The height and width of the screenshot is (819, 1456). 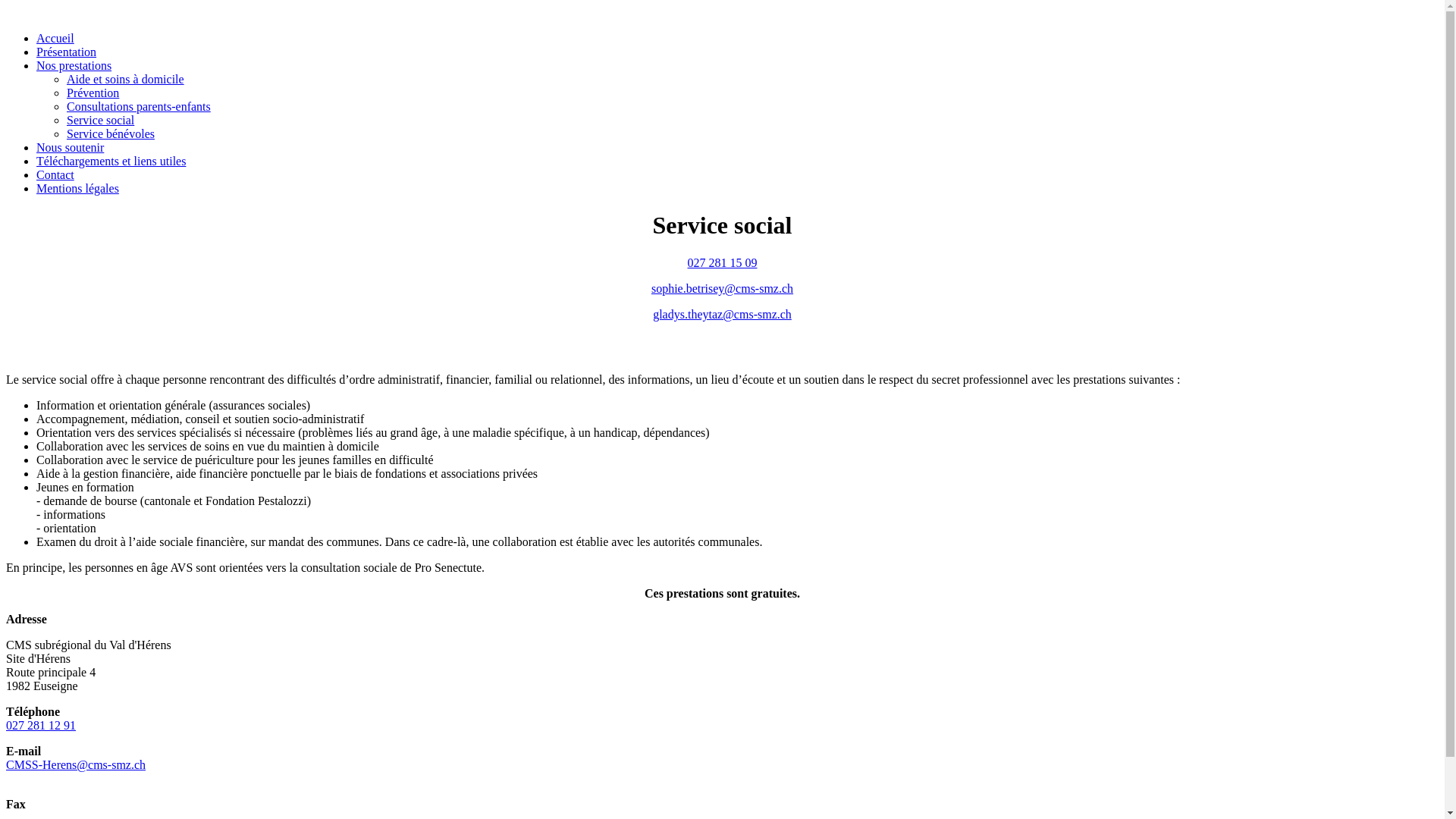 I want to click on 'Accueil', so click(x=55, y=37).